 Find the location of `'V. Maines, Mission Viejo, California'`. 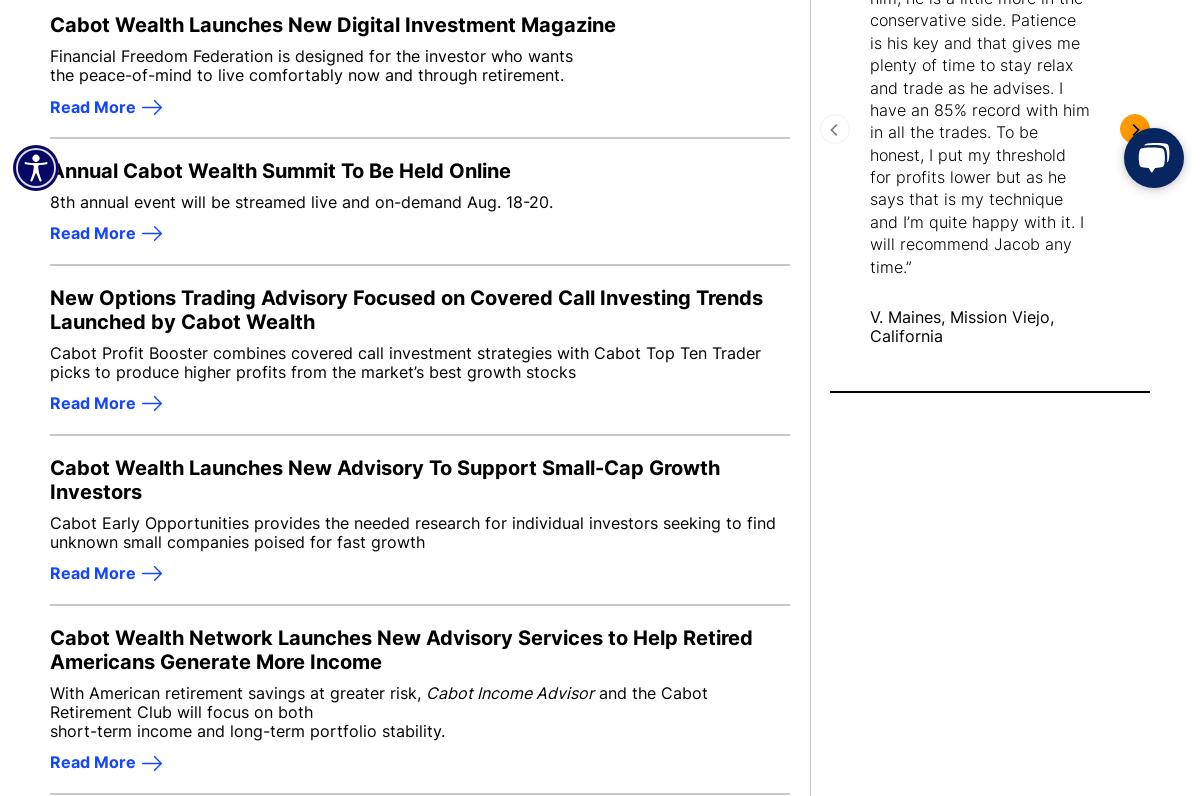

'V. Maines, Mission Viejo, California' is located at coordinates (962, 326).